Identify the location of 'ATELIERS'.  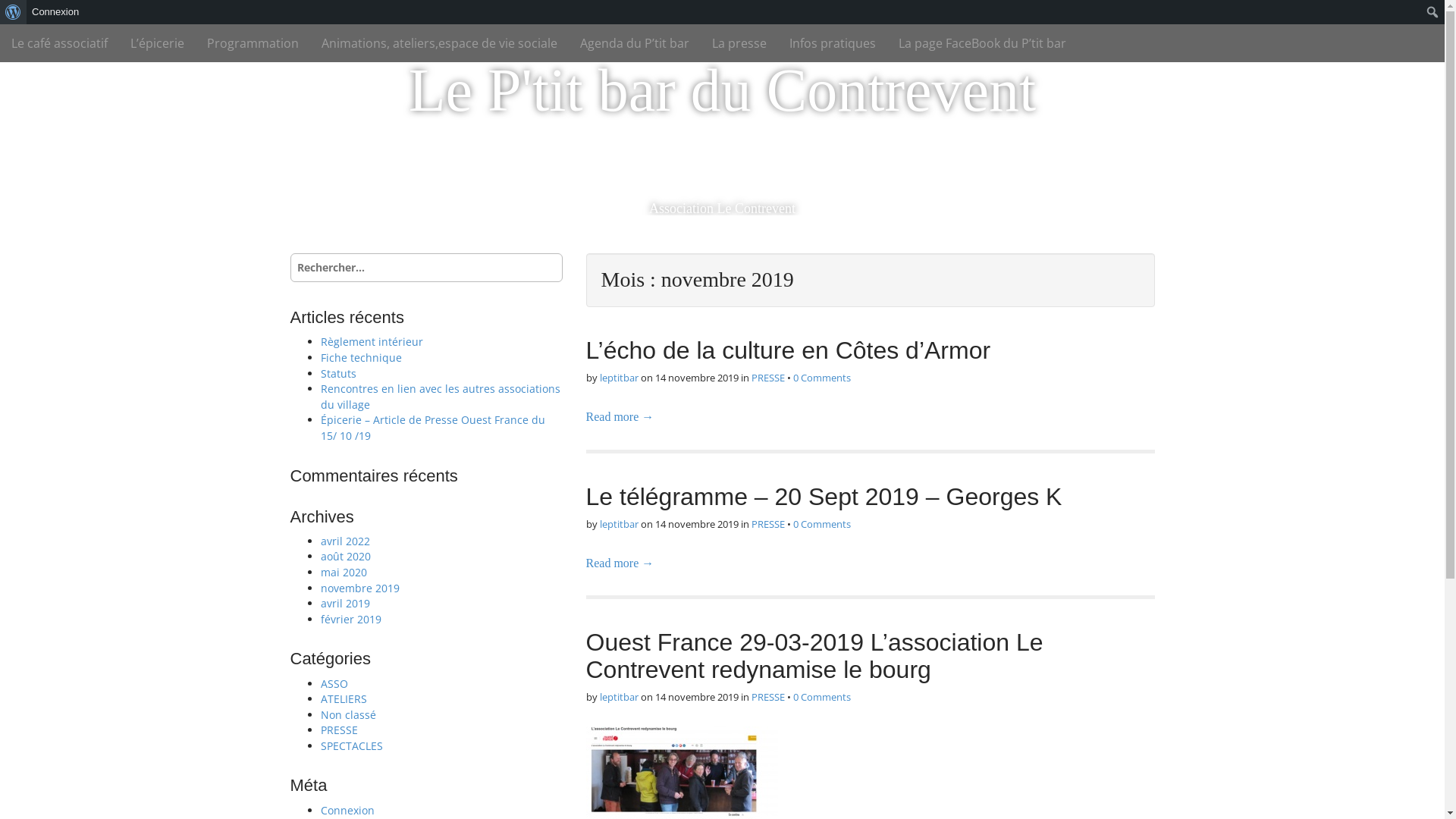
(319, 698).